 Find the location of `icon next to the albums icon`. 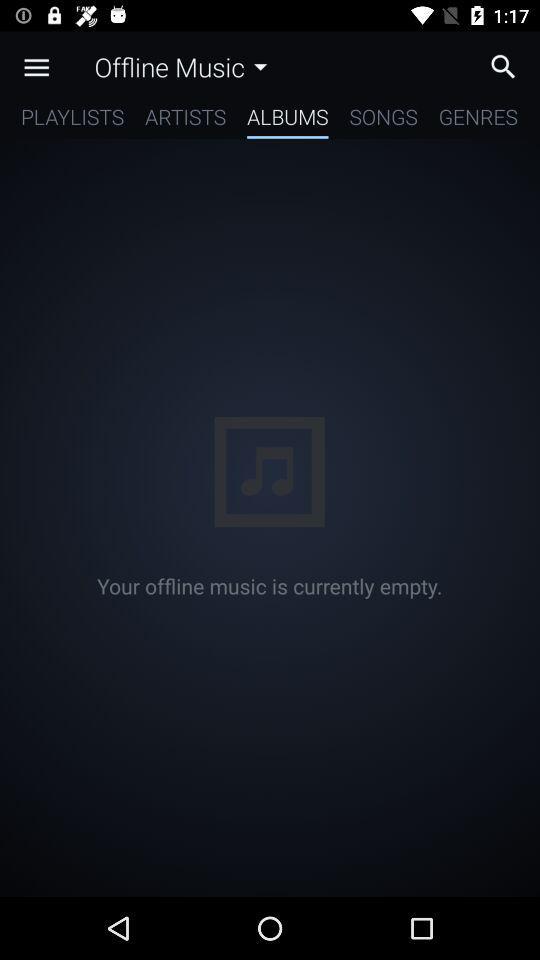

icon next to the albums icon is located at coordinates (185, 120).